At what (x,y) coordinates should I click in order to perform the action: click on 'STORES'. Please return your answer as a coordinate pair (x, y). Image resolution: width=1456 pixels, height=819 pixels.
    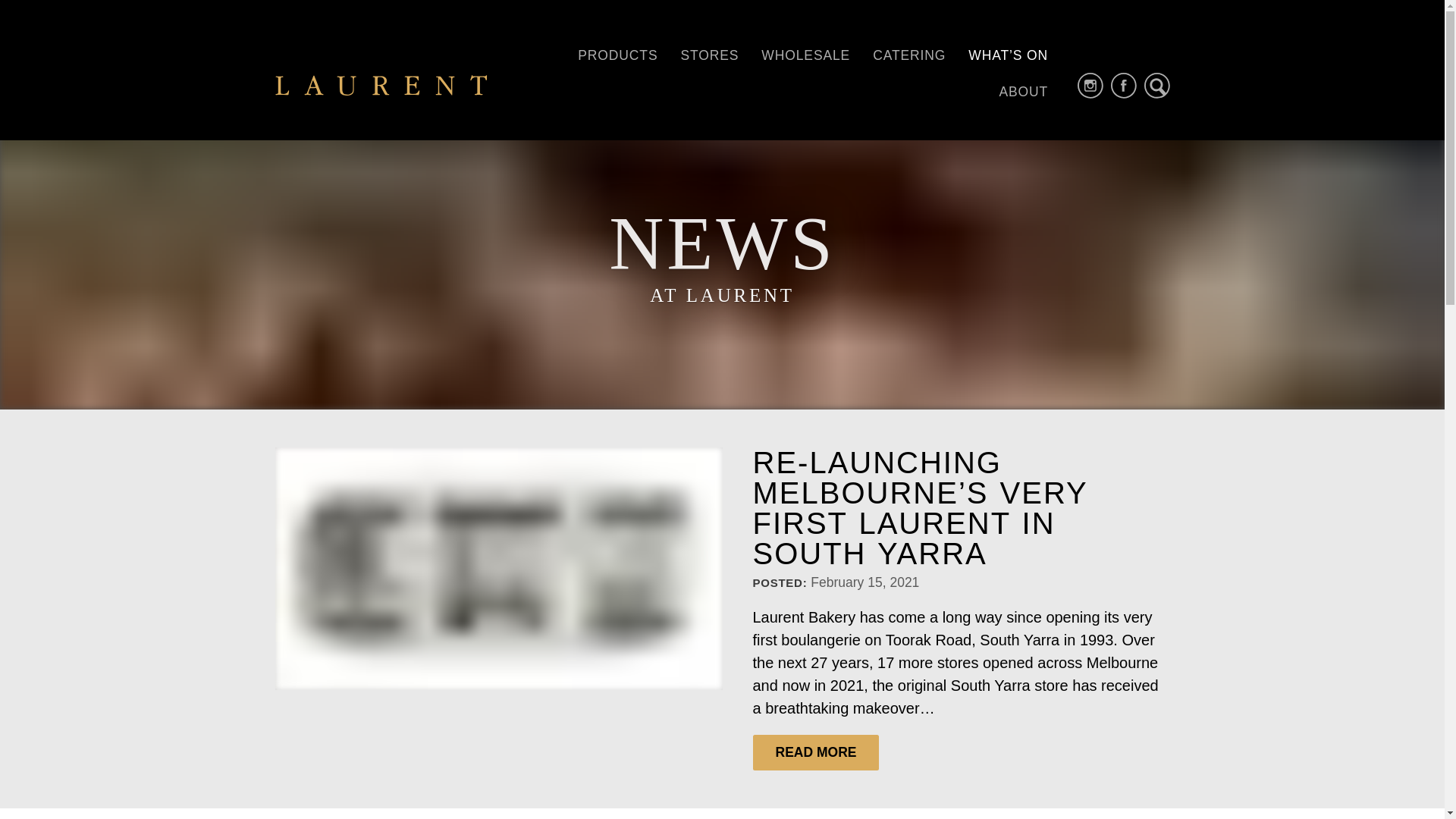
    Looking at the image, I should click on (668, 55).